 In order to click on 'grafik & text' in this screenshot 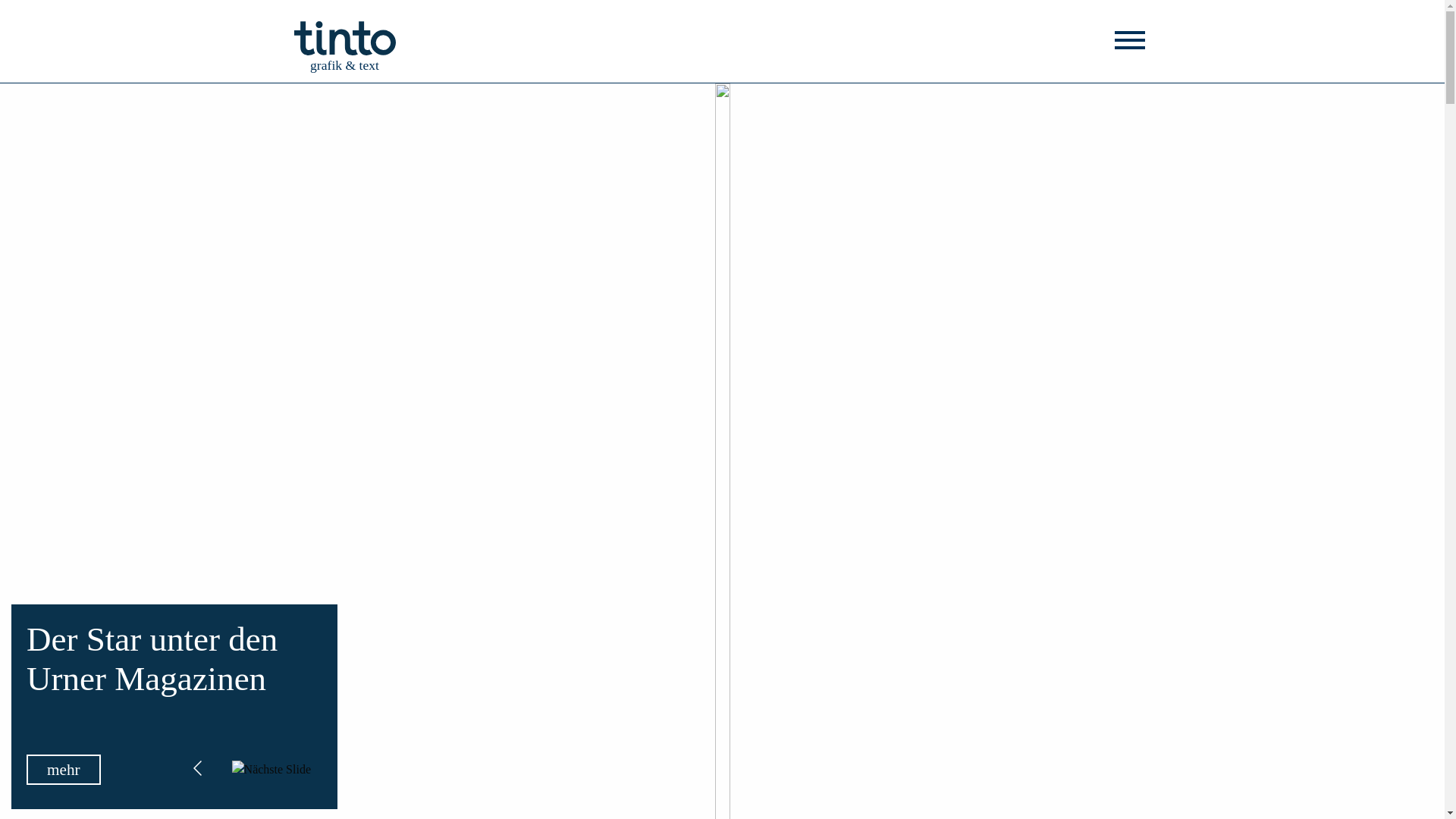, I will do `click(344, 37)`.